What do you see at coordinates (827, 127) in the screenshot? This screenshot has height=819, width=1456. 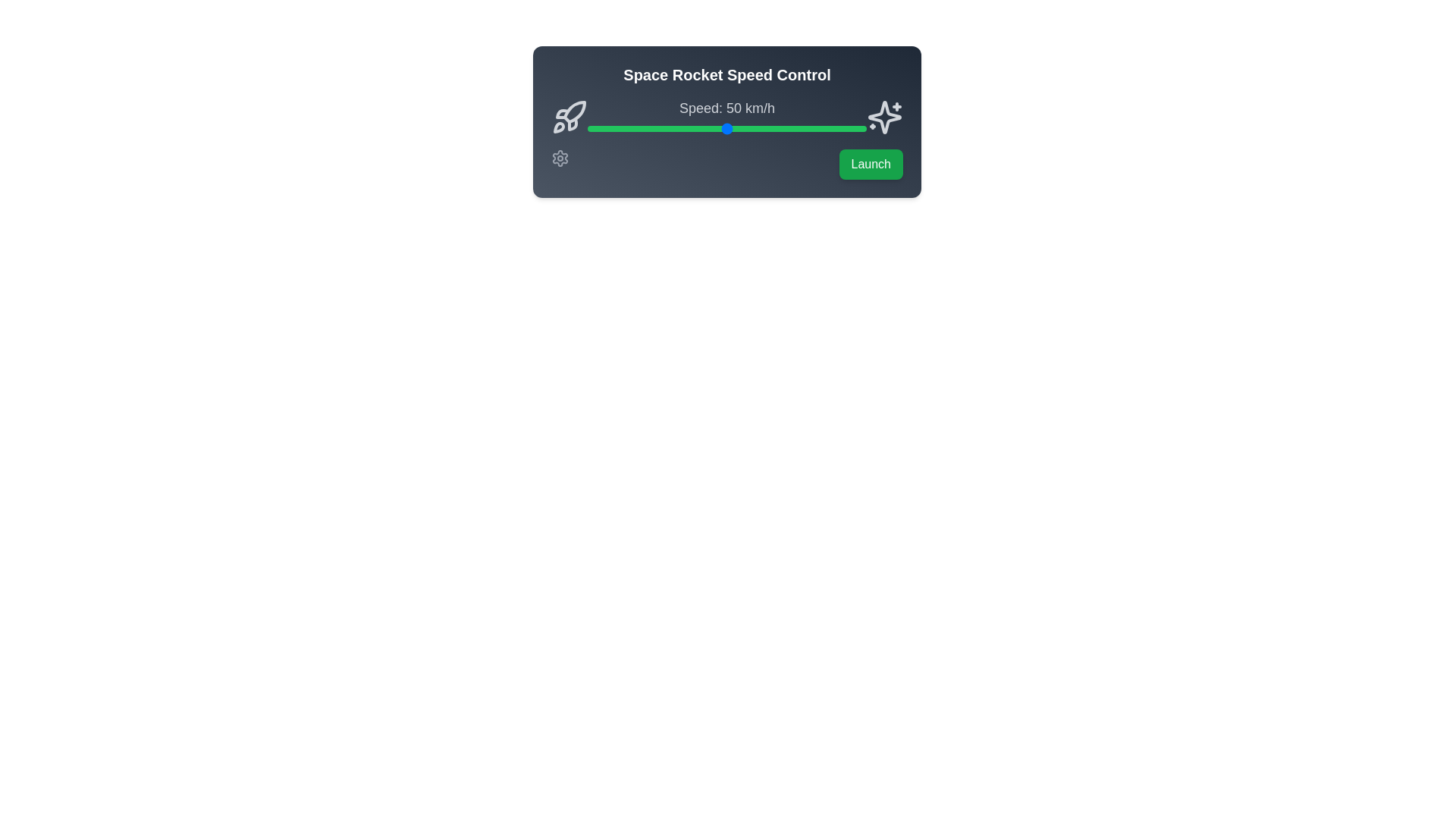 I see `the speed slider to set the speed to 86 km/h` at bounding box center [827, 127].